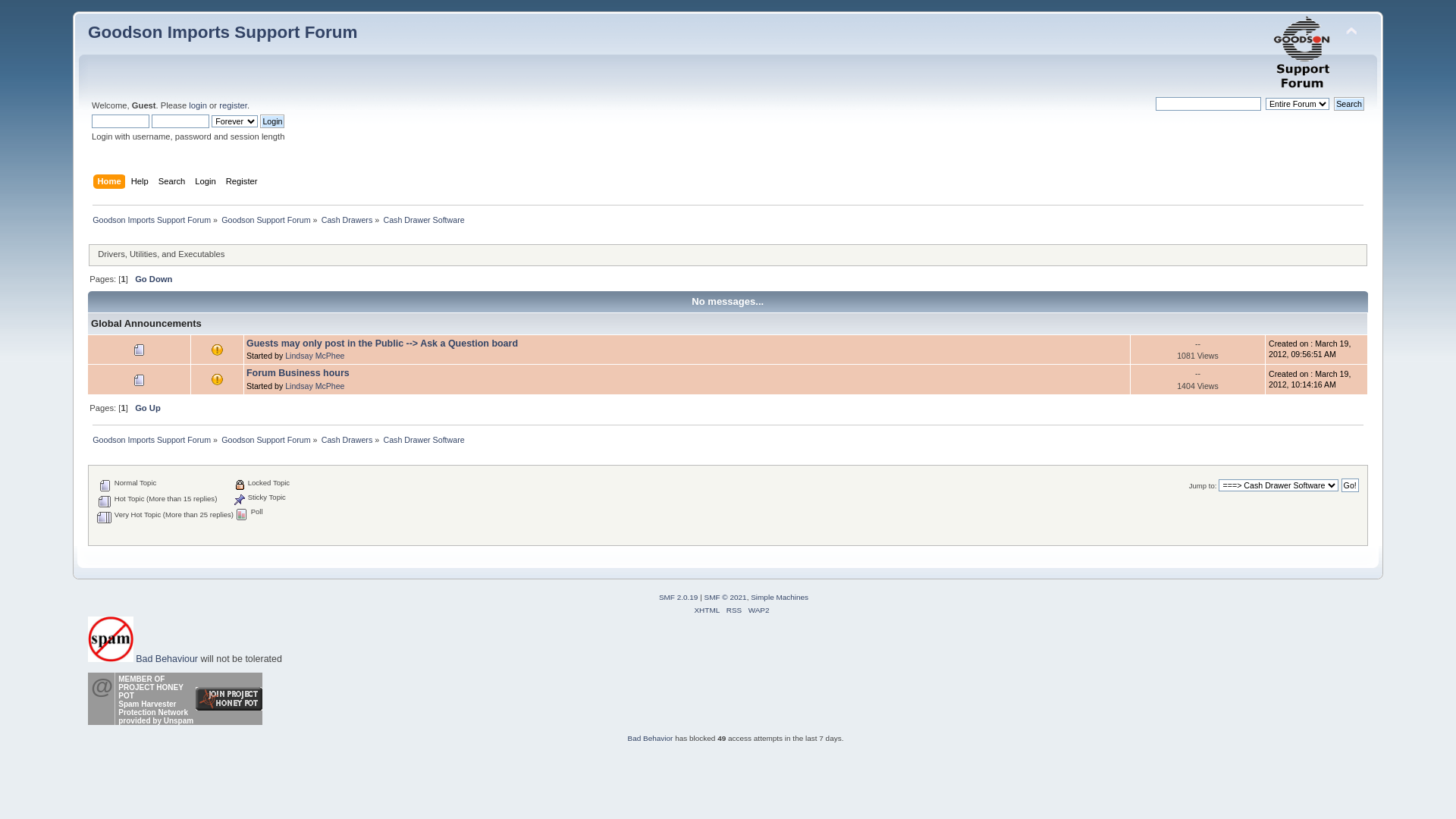  What do you see at coordinates (152, 219) in the screenshot?
I see `'Goodson Imports Support Forum'` at bounding box center [152, 219].